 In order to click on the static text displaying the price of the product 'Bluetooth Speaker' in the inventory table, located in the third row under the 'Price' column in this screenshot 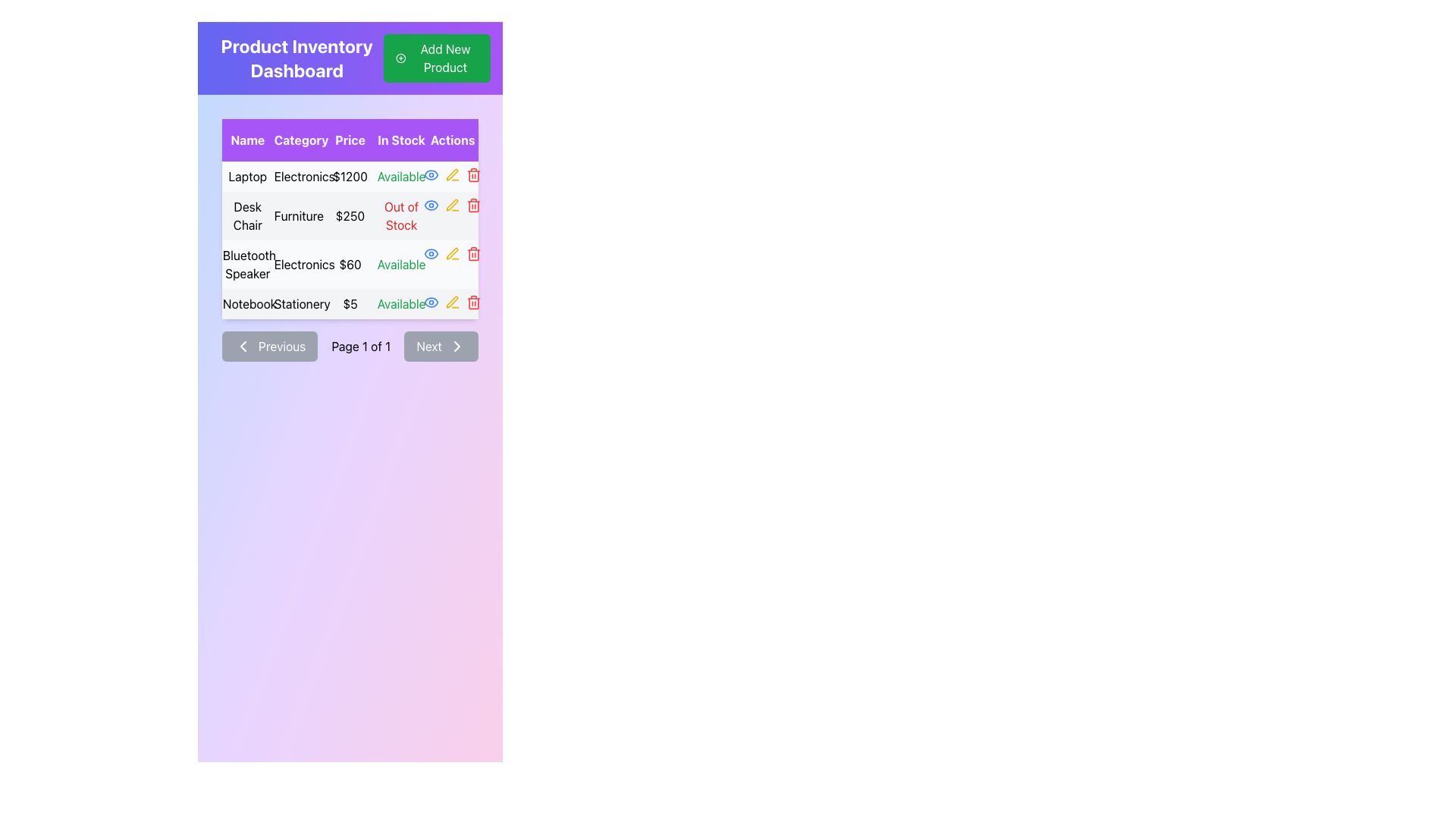, I will do `click(349, 263)`.